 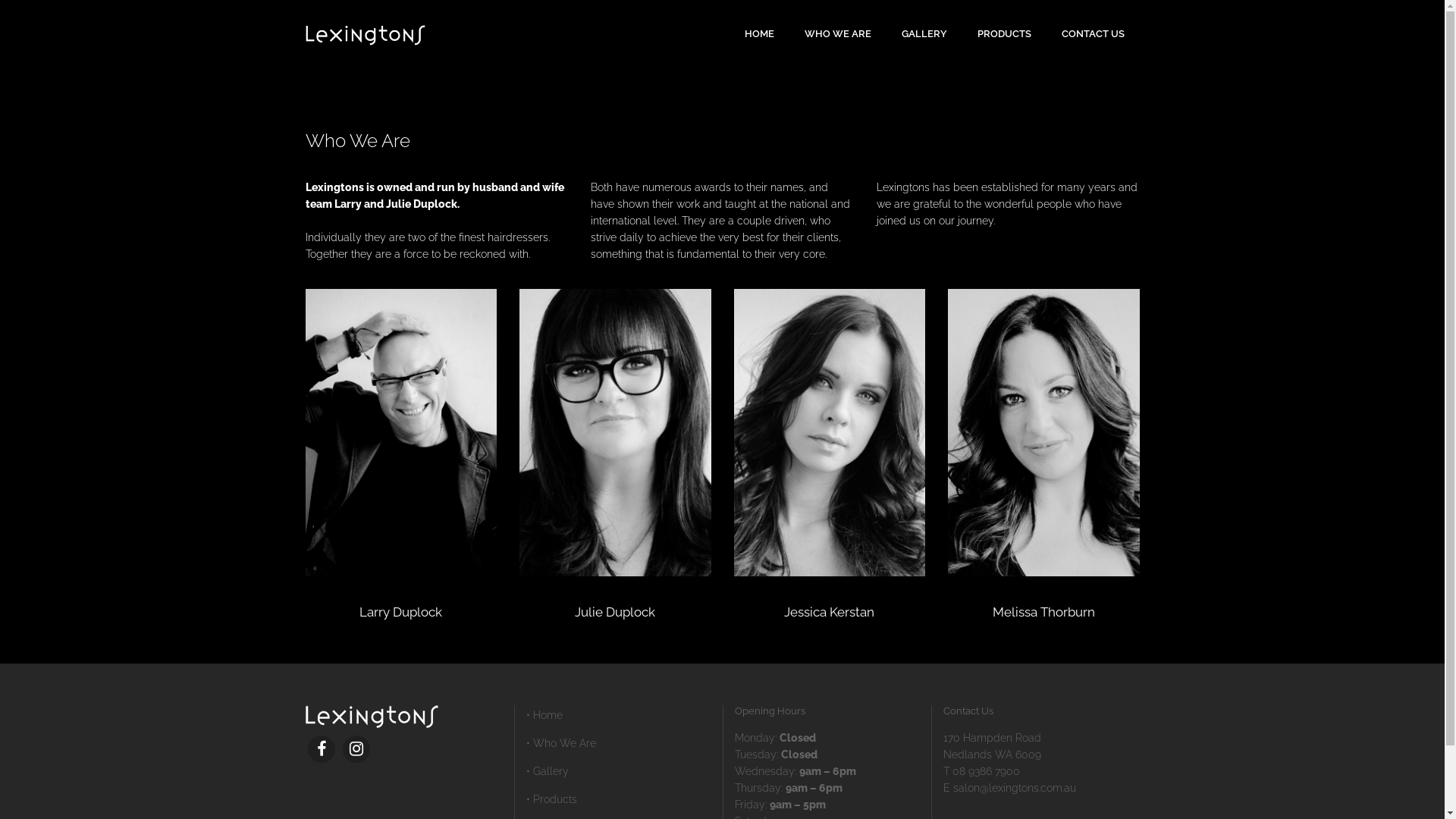 What do you see at coordinates (1043, 432) in the screenshot?
I see `'Mel'` at bounding box center [1043, 432].